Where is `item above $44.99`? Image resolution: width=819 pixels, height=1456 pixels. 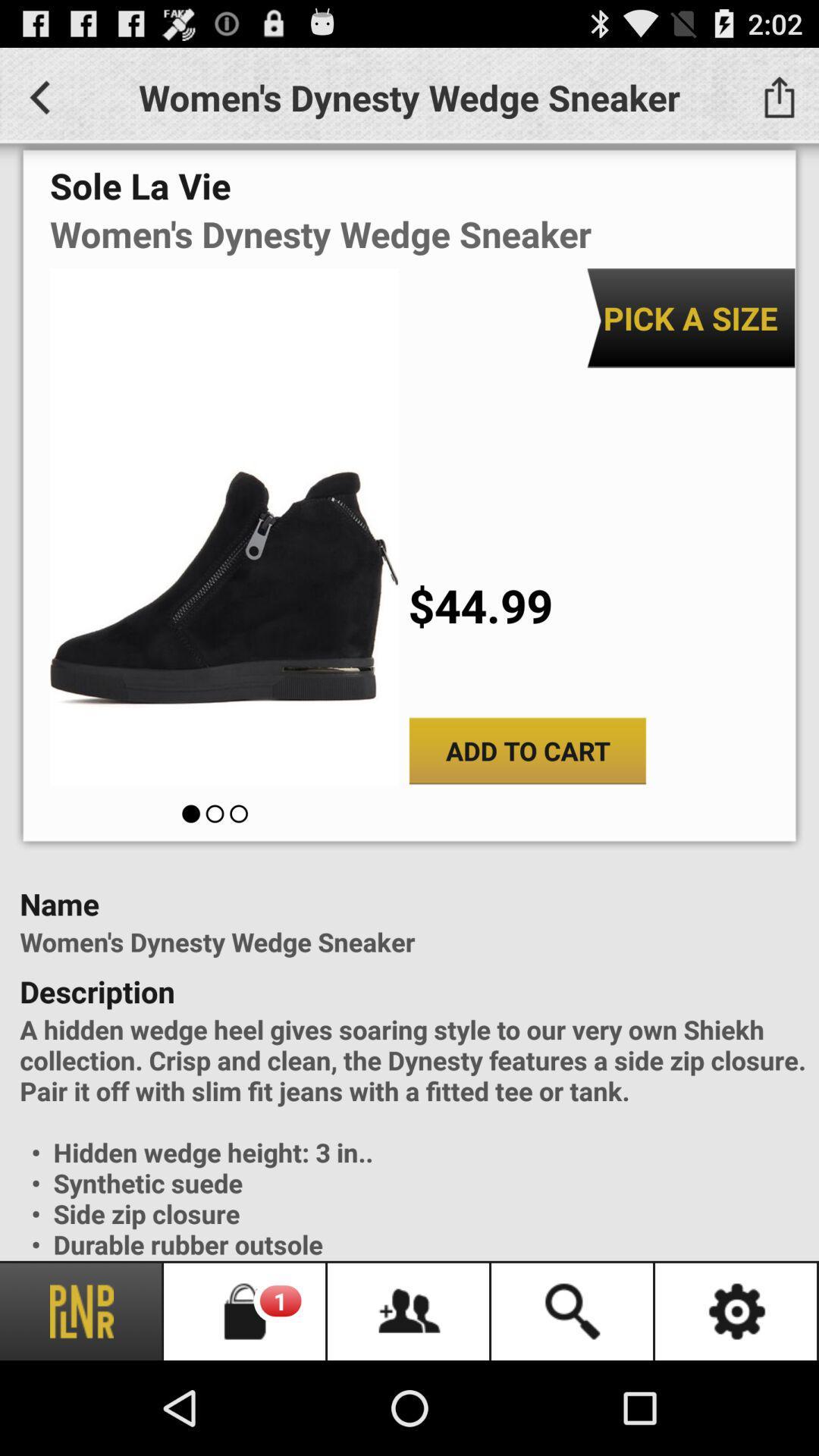
item above $44.99 is located at coordinates (690, 317).